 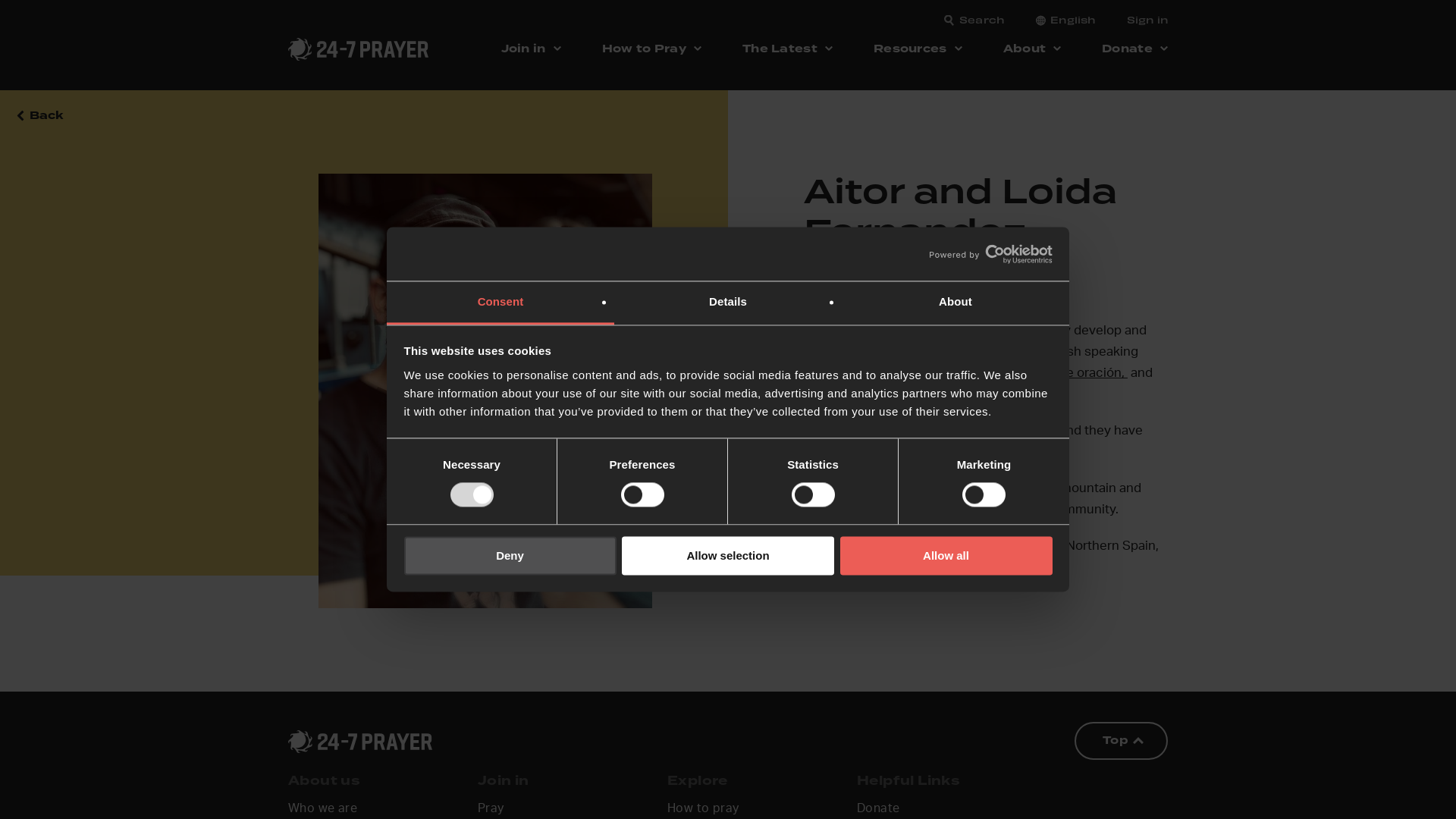 What do you see at coordinates (946, 555) in the screenshot?
I see `'Allow all'` at bounding box center [946, 555].